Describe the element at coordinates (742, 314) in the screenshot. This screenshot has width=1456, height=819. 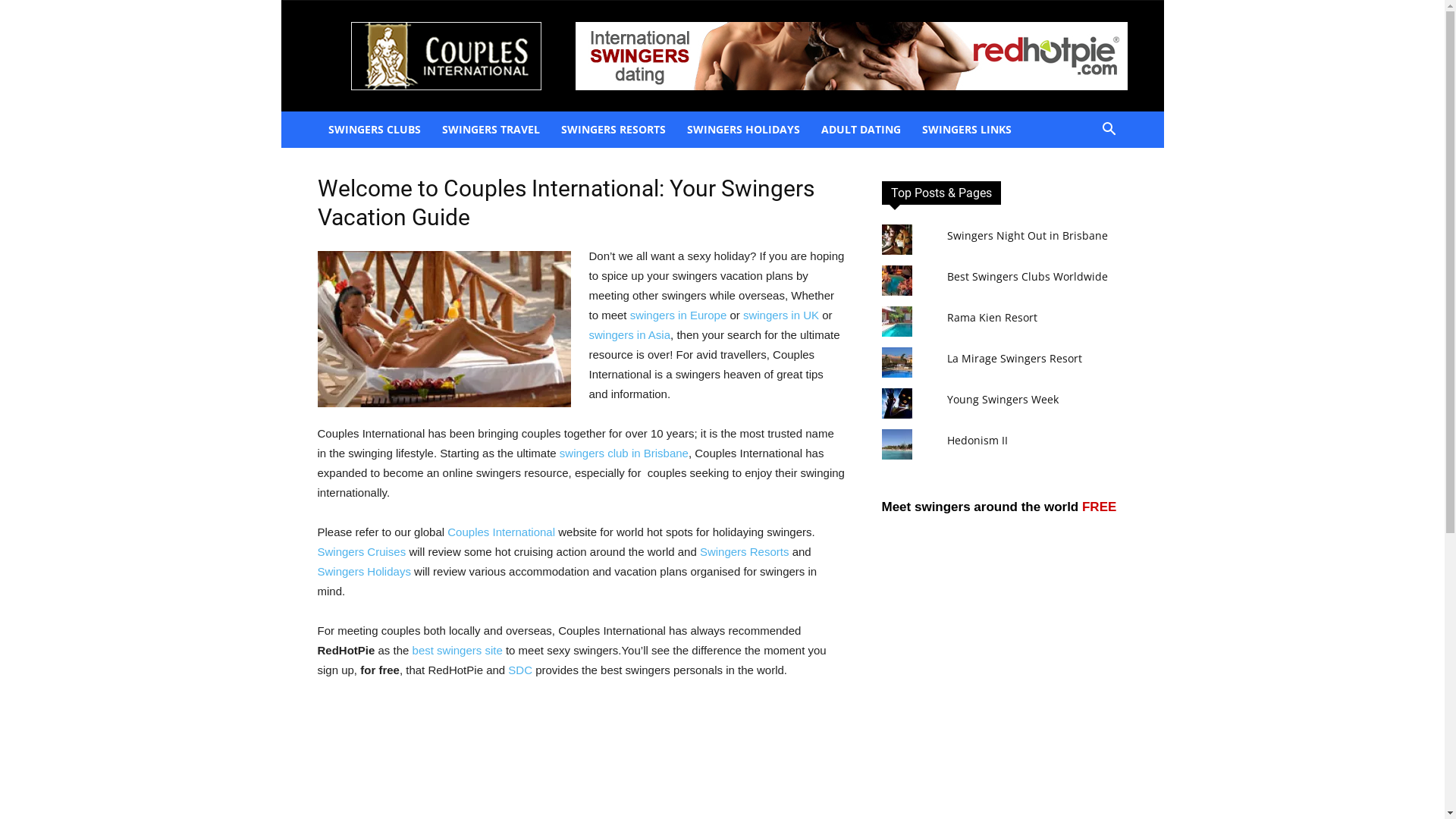
I see `'swingers in UK'` at that location.